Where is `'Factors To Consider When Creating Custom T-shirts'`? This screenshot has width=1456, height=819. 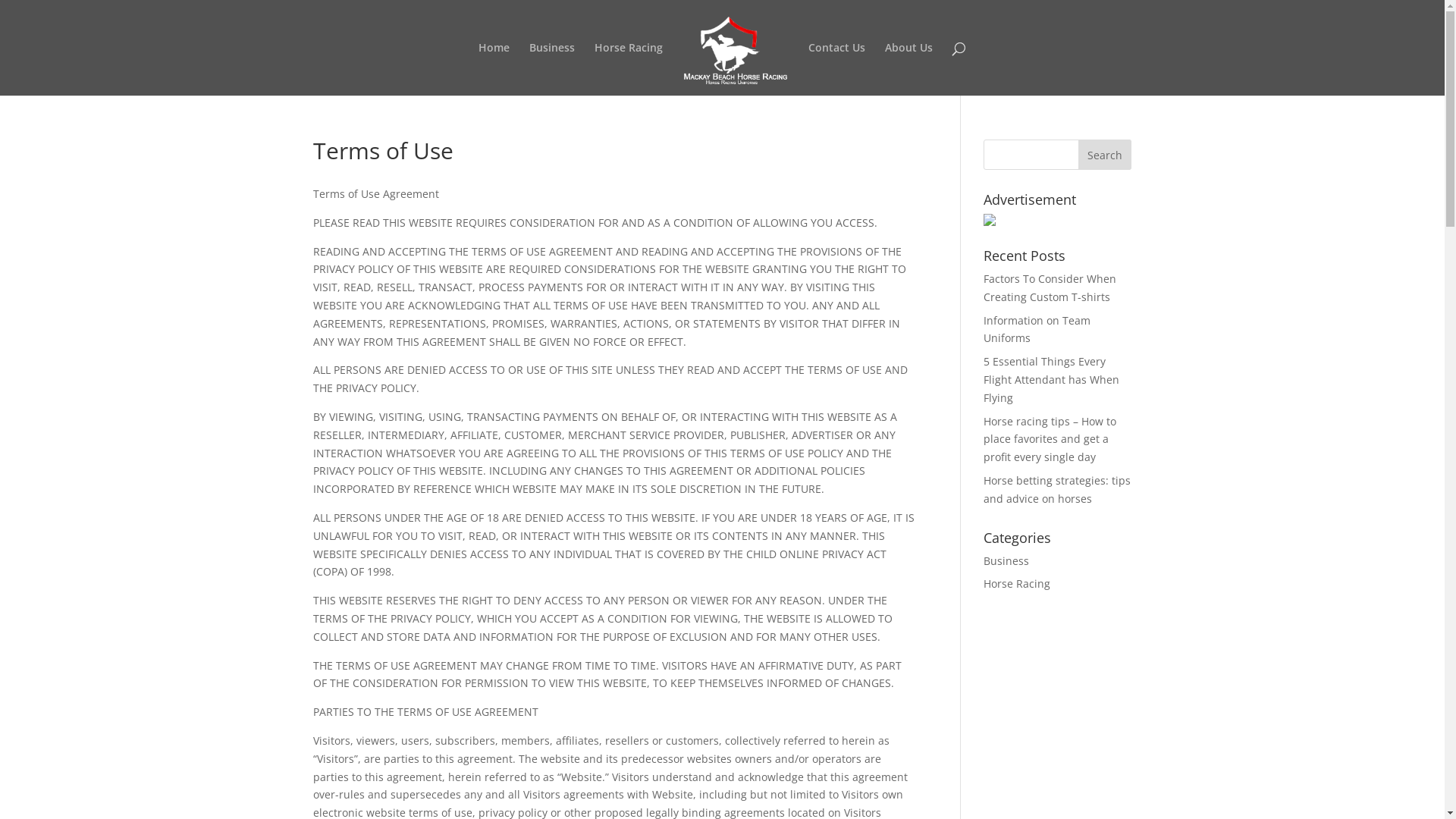 'Factors To Consider When Creating Custom T-shirts' is located at coordinates (1049, 287).